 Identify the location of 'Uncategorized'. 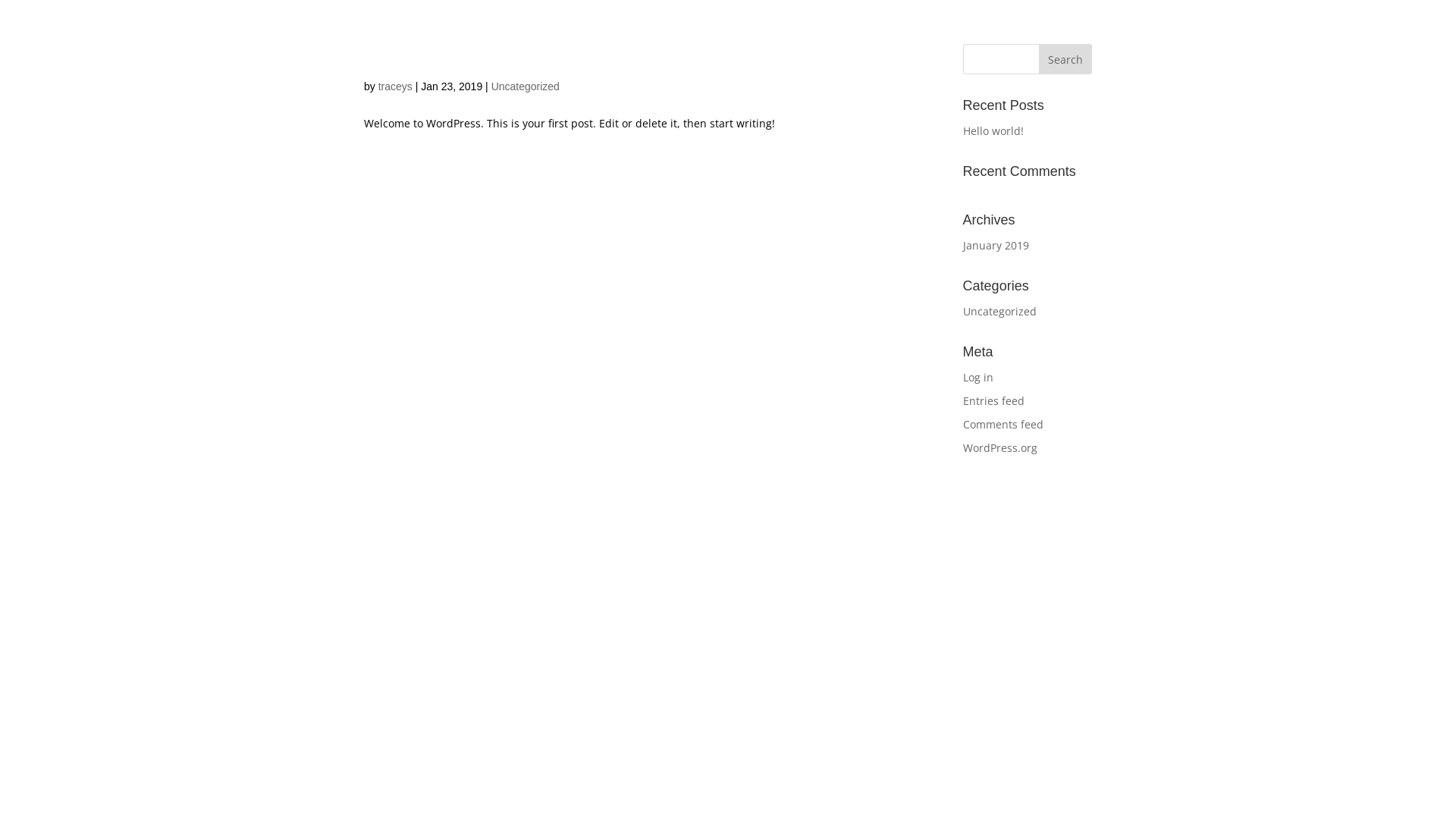
(999, 310).